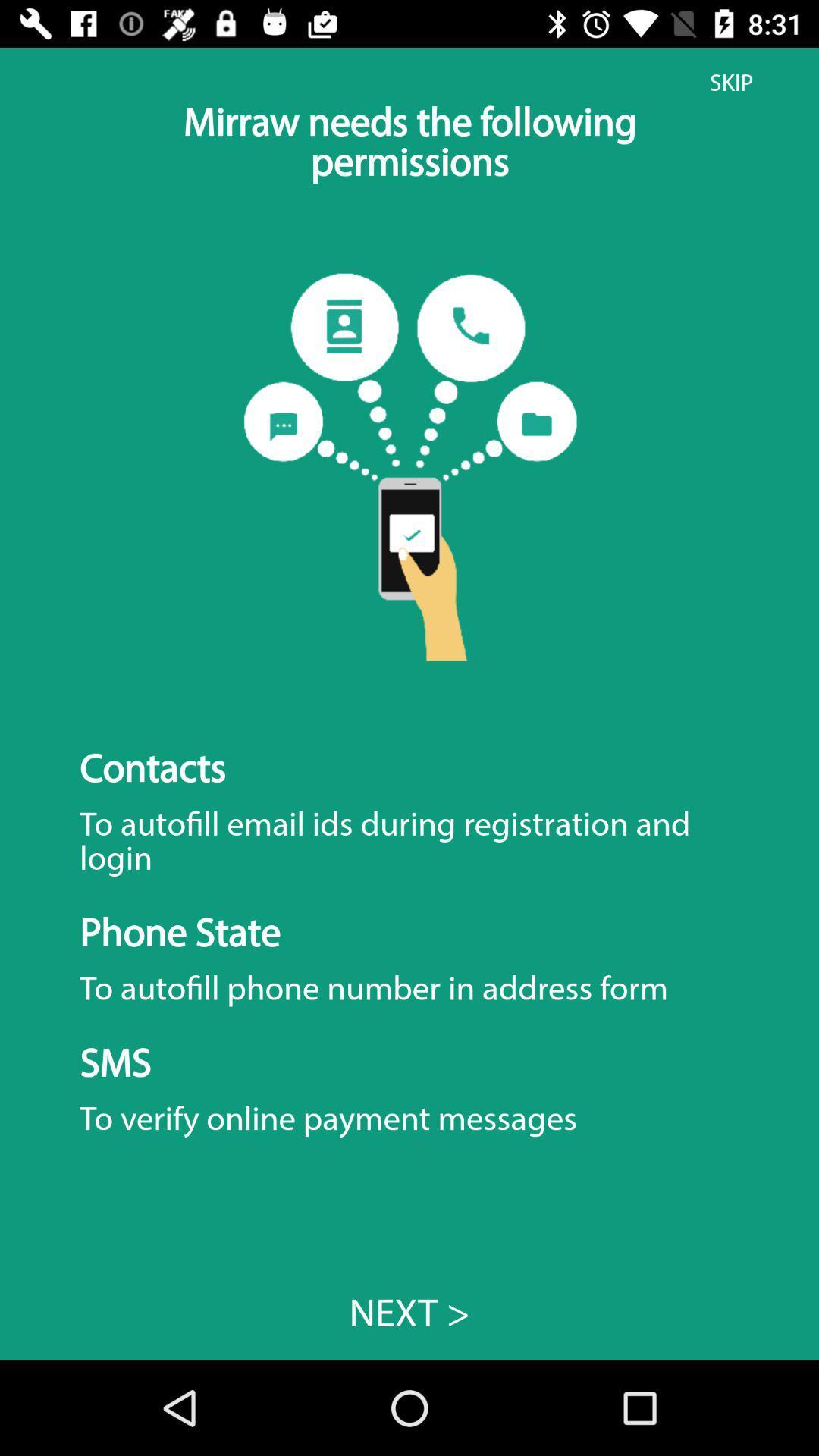 The height and width of the screenshot is (1456, 819). What do you see at coordinates (409, 1312) in the screenshot?
I see `next > item` at bounding box center [409, 1312].